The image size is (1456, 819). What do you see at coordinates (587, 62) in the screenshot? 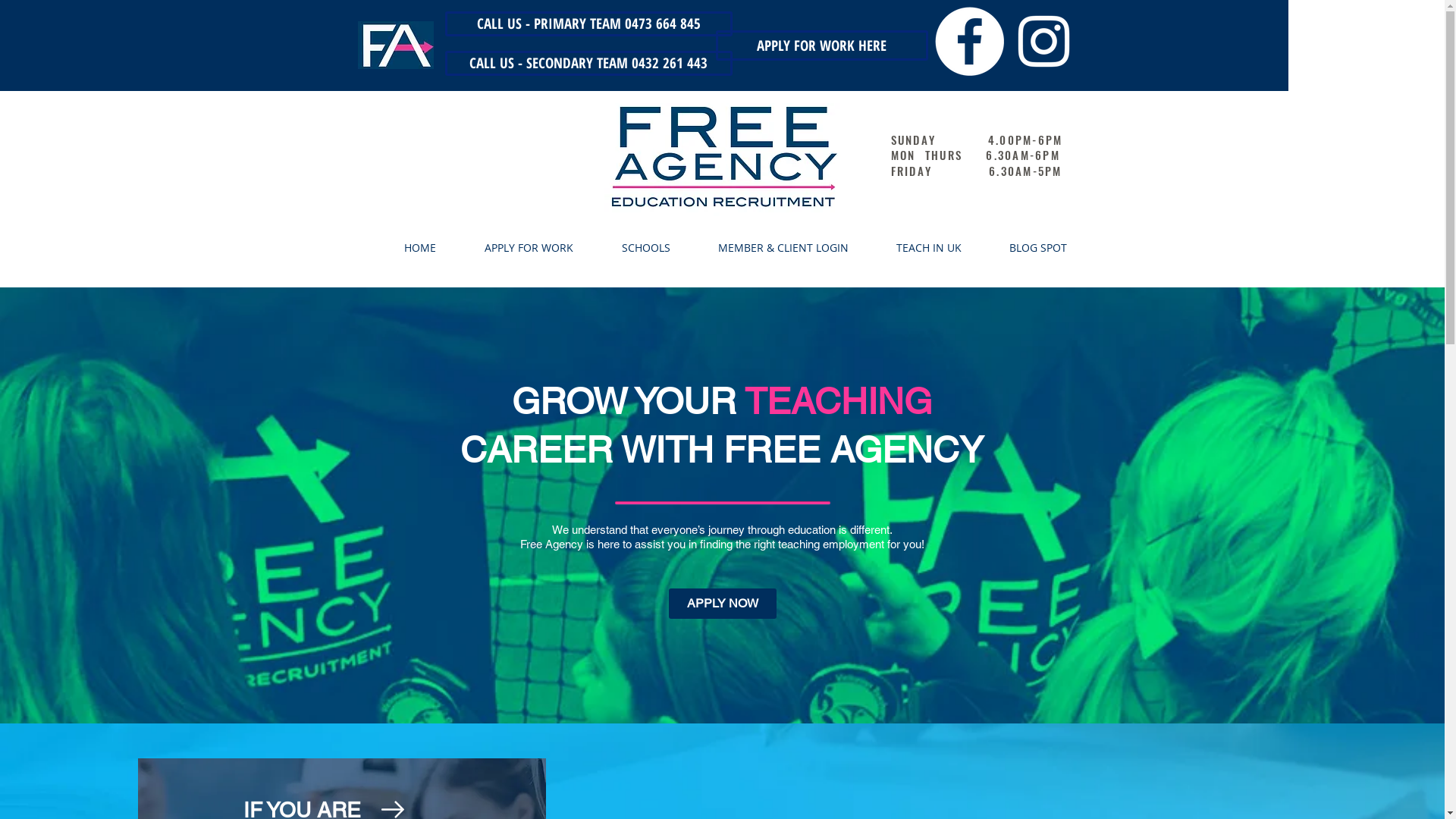
I see `'CALL US - SECONDARY TEAM 0432 261 443'` at bounding box center [587, 62].